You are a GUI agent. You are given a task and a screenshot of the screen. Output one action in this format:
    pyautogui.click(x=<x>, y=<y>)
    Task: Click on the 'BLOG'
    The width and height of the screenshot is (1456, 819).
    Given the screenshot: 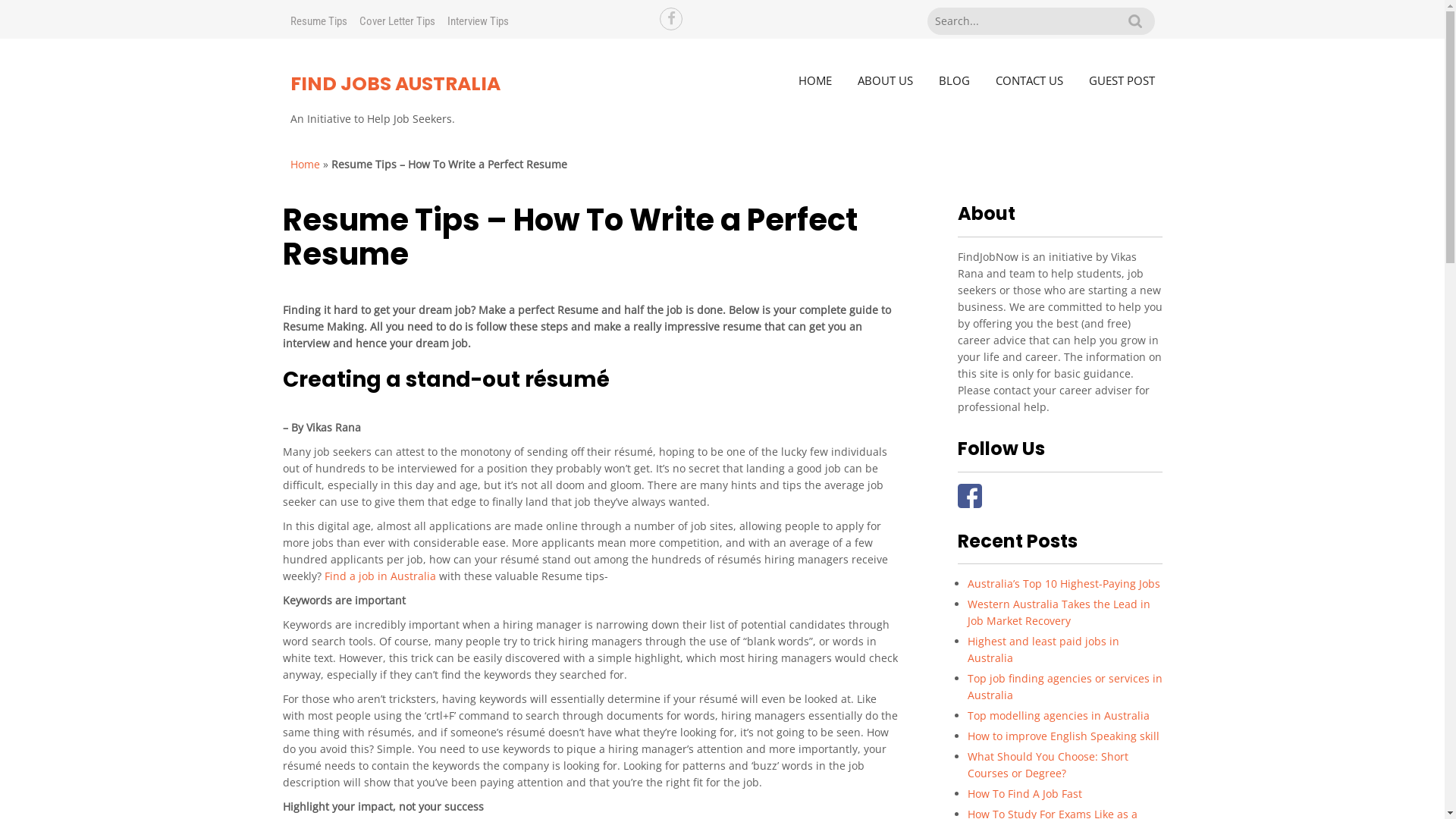 What is the action you would take?
    pyautogui.click(x=952, y=80)
    